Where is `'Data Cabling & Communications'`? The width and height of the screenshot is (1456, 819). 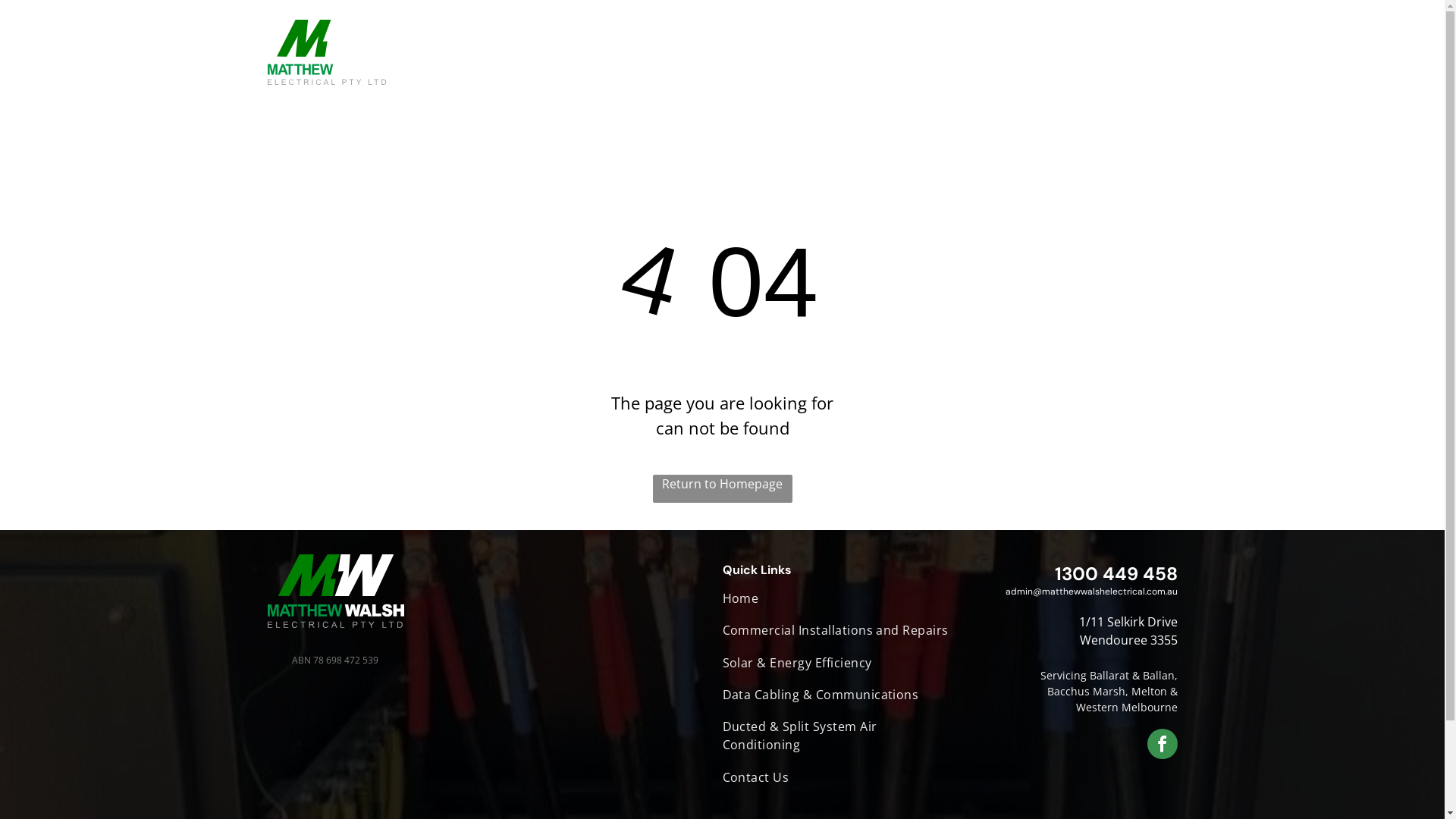 'Data Cabling & Communications' is located at coordinates (835, 698).